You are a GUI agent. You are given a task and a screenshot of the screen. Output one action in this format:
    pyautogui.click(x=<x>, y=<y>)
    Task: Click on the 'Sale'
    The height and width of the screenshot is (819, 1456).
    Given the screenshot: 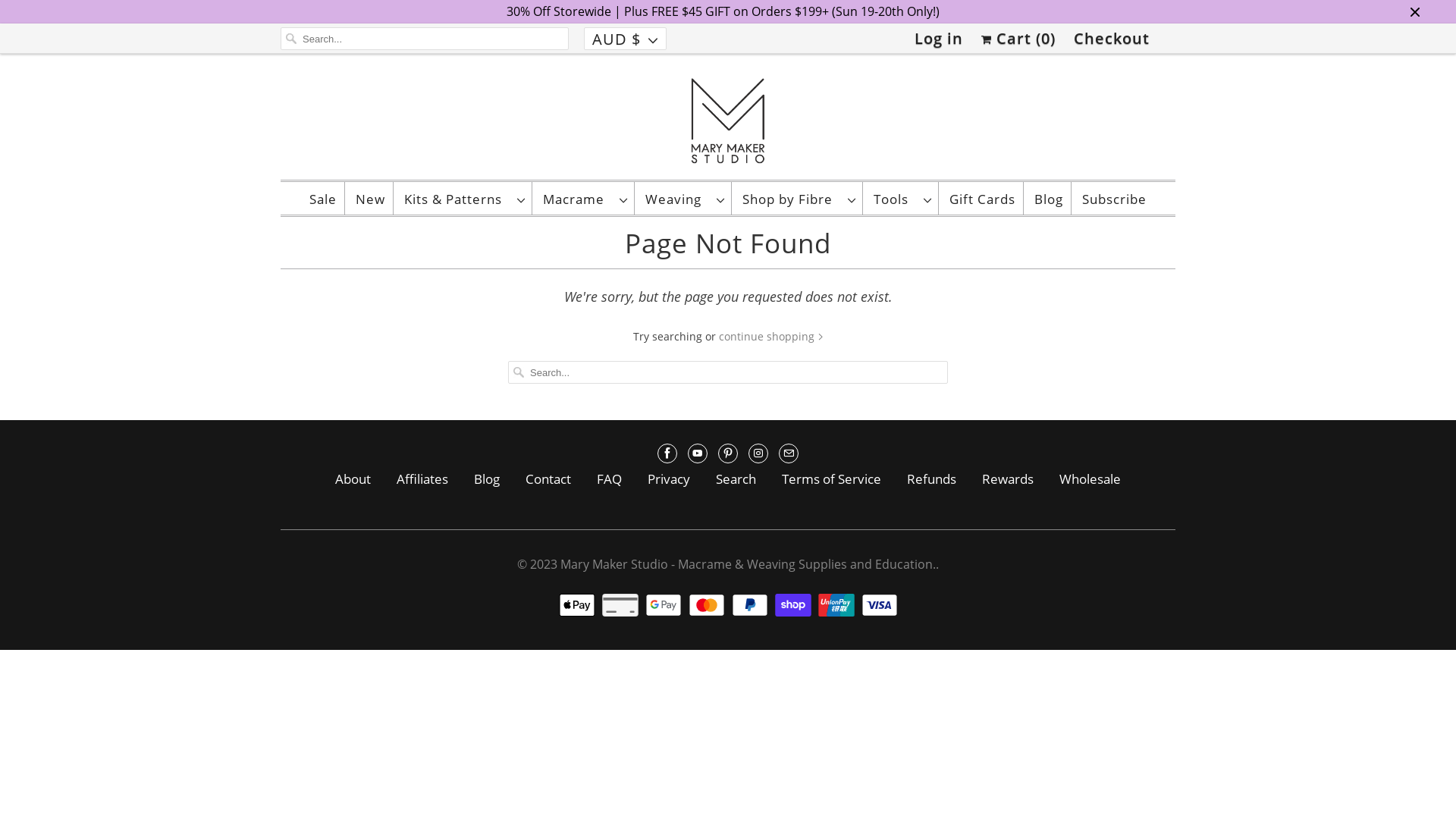 What is the action you would take?
    pyautogui.click(x=322, y=198)
    